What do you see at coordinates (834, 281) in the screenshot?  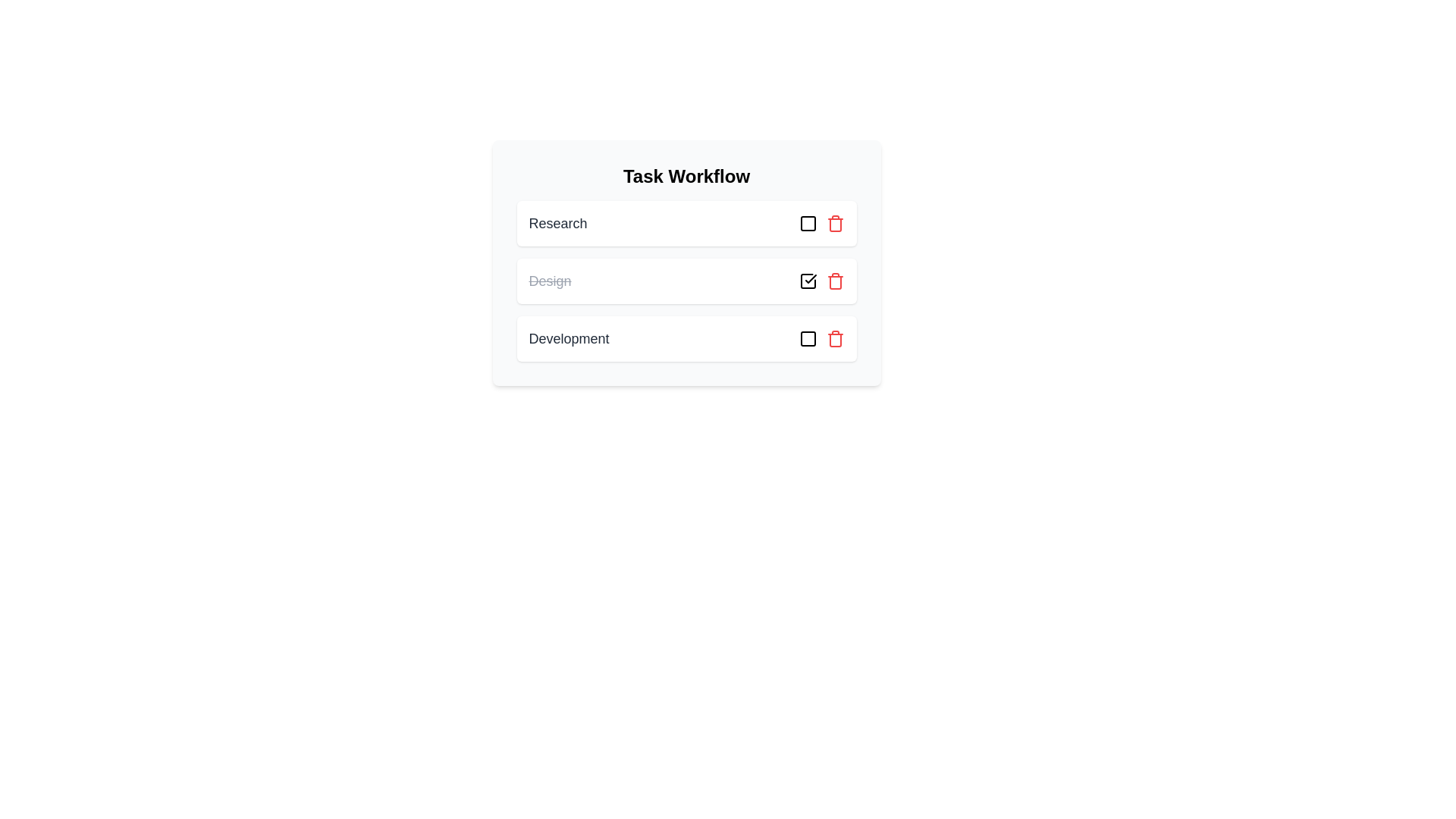 I see `the task Design from the list` at bounding box center [834, 281].